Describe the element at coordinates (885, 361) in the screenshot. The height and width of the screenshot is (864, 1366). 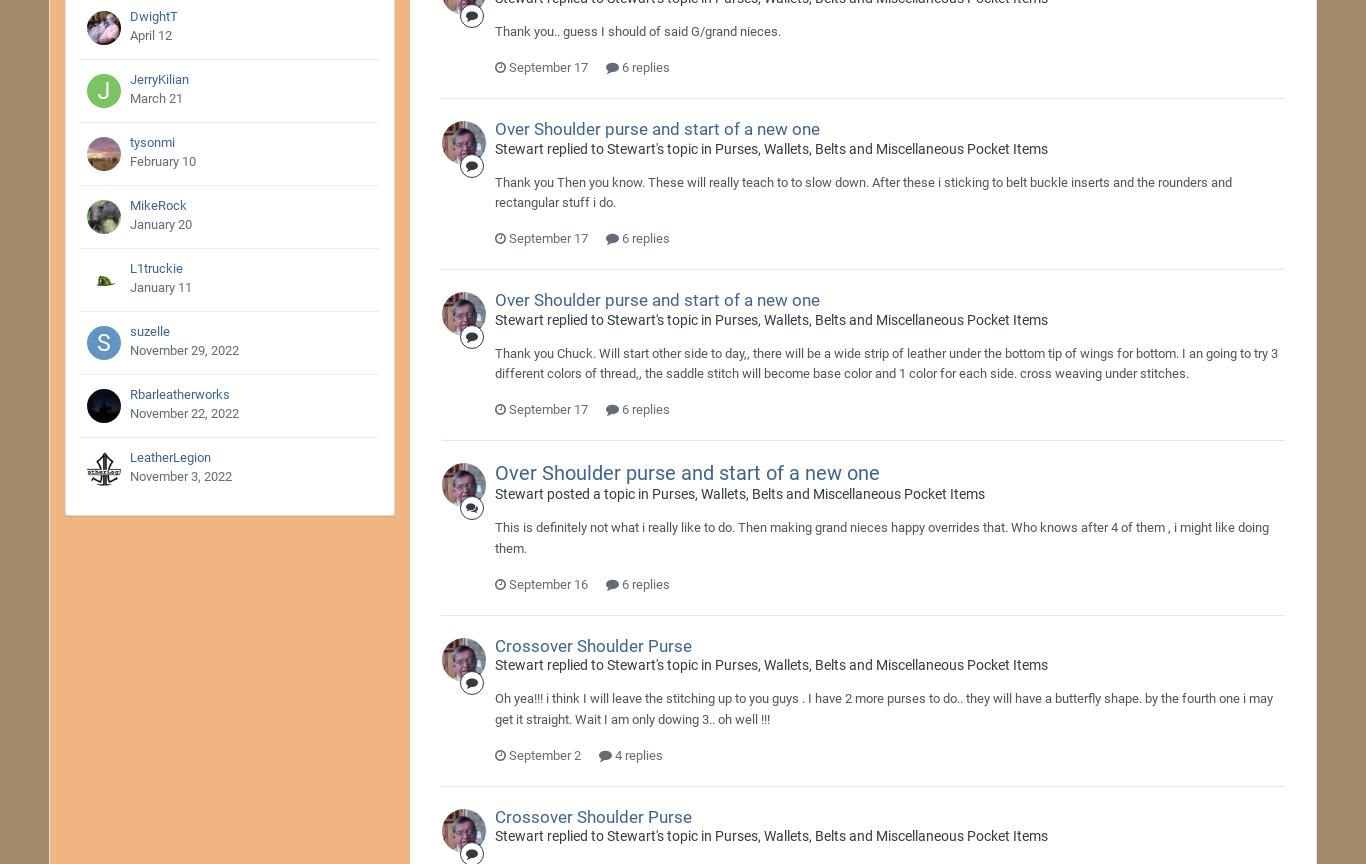
I see `'Thank you Chuck.
 


	  Will start other side to day,, there will be a wide strip of leather under the bottom tip of wings for bottom.
 


	I  an  going to try 3 different colors of thread,, the saddle stitch will become base color
 


	and 1  color  for each side. cross weaving under stitches.'` at that location.